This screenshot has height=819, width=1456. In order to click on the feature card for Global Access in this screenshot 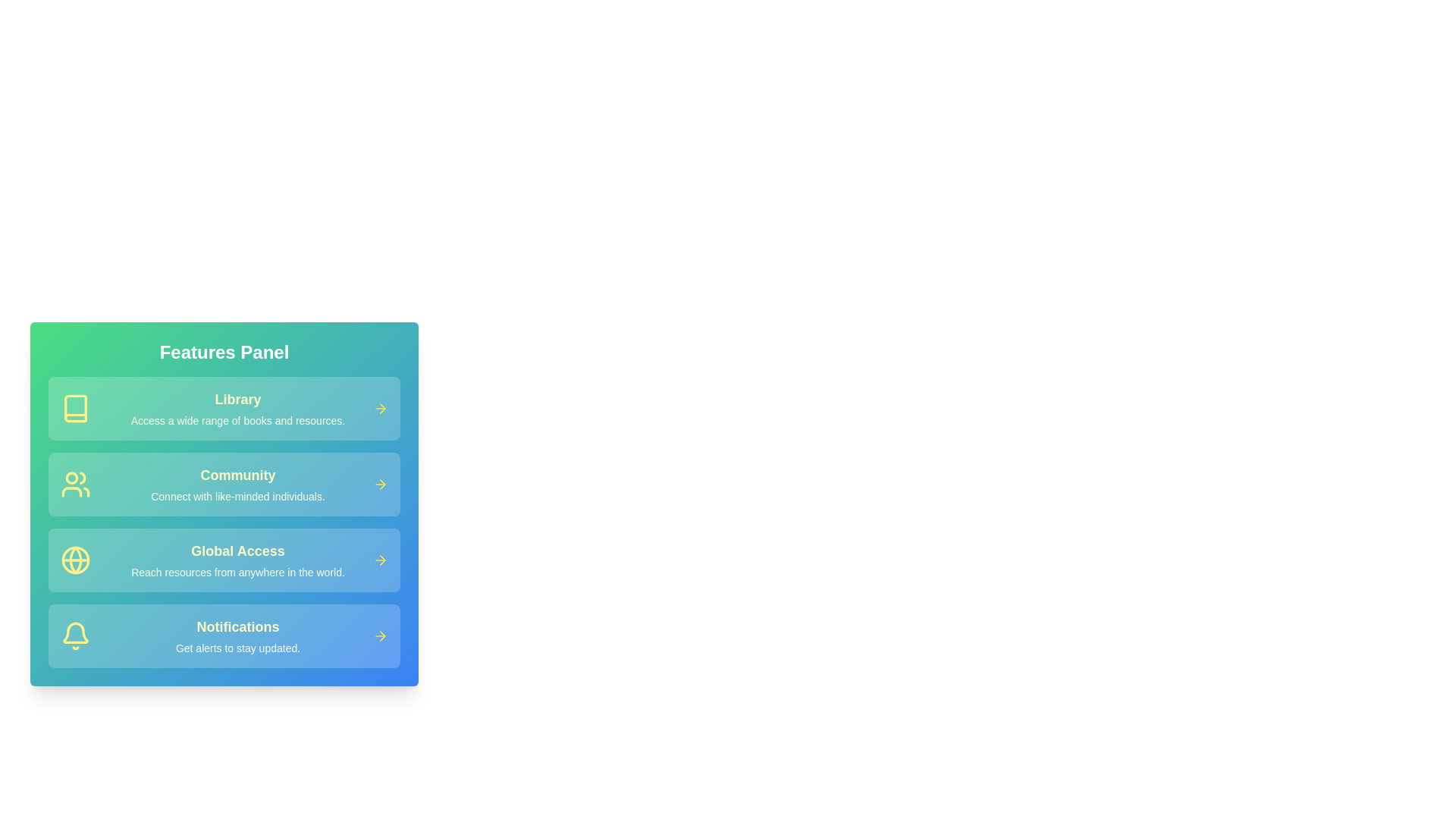, I will do `click(224, 560)`.